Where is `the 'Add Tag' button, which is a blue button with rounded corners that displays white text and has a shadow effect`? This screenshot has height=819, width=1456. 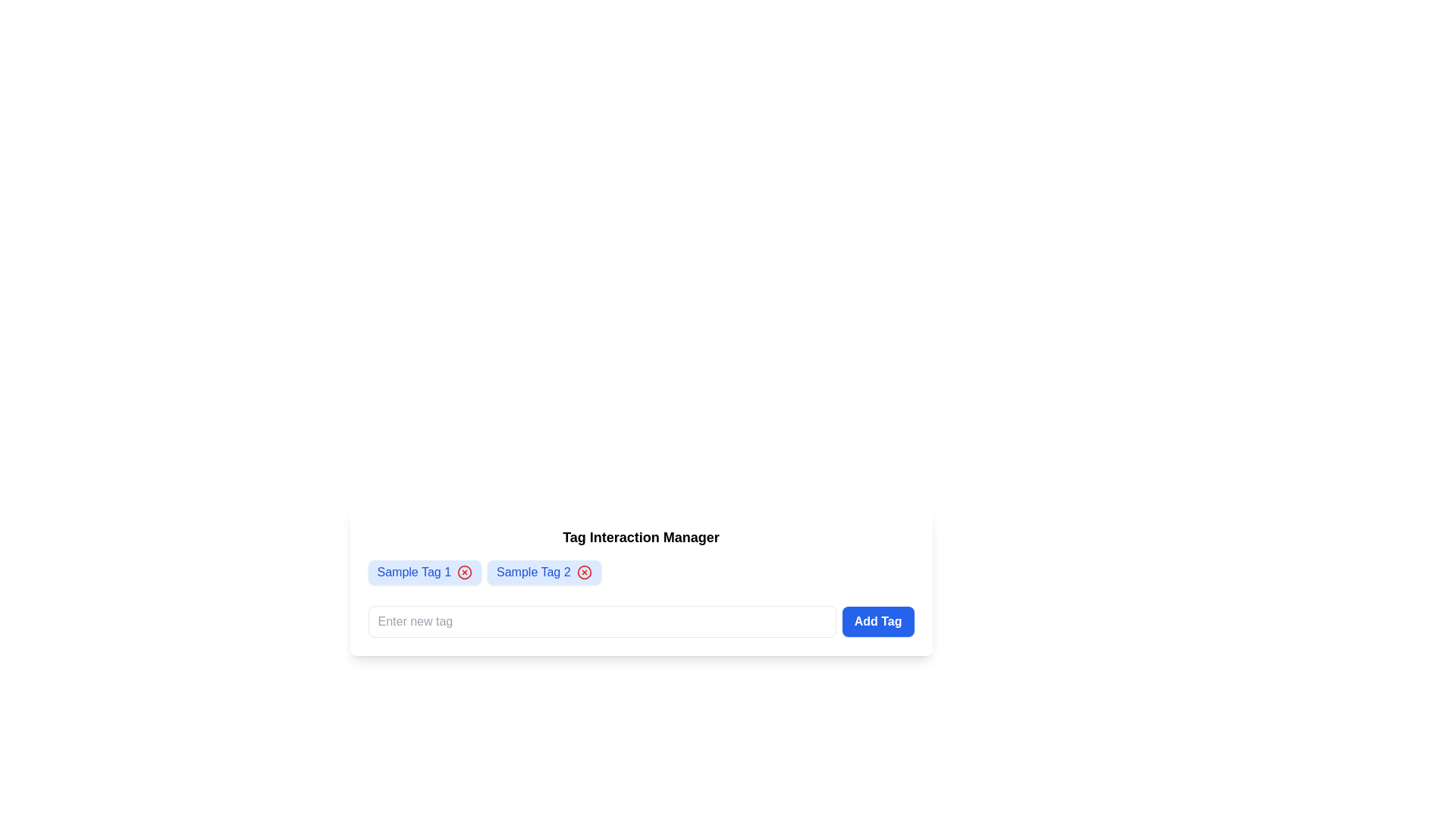
the 'Add Tag' button, which is a blue button with rounded corners that displays white text and has a shadow effect is located at coordinates (878, 622).